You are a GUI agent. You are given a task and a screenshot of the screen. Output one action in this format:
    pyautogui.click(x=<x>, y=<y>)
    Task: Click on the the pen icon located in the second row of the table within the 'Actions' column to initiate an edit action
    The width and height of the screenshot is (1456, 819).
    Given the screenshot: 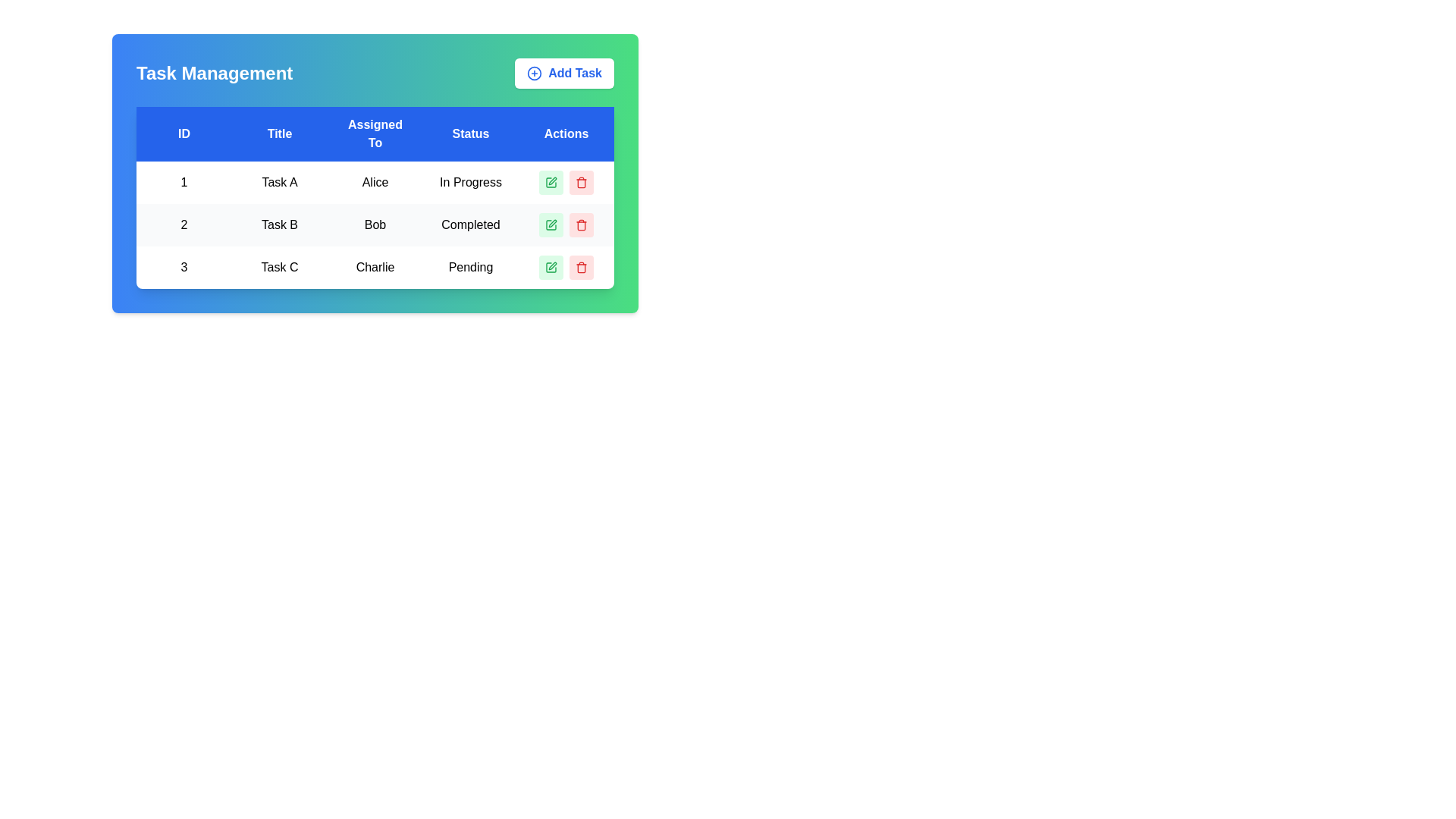 What is the action you would take?
    pyautogui.click(x=552, y=223)
    